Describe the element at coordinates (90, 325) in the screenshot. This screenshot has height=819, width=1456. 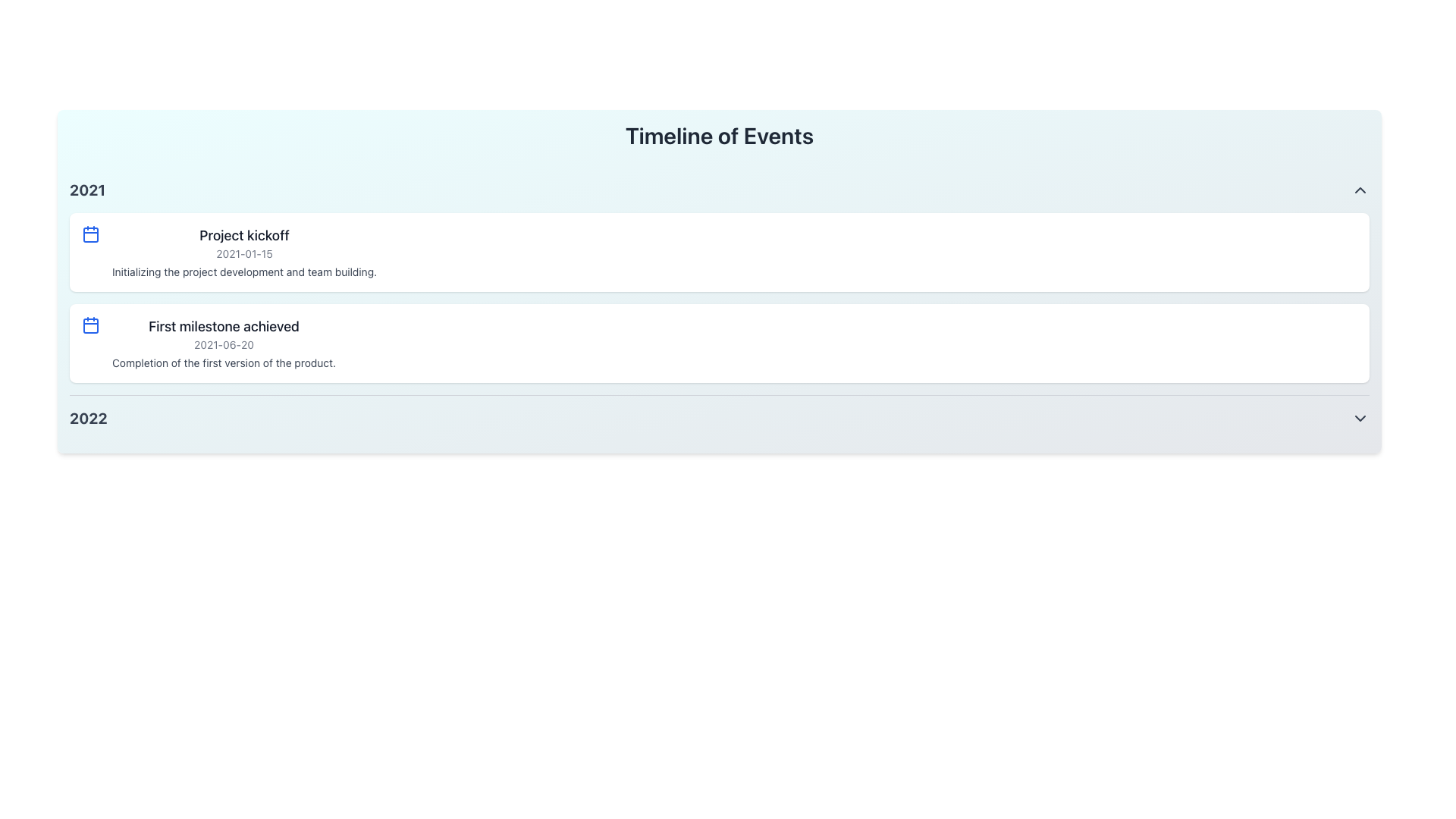
I see `metadata associated with the blue calendar icon, which is a square icon with rounded corners, located within a calendar-like design` at that location.